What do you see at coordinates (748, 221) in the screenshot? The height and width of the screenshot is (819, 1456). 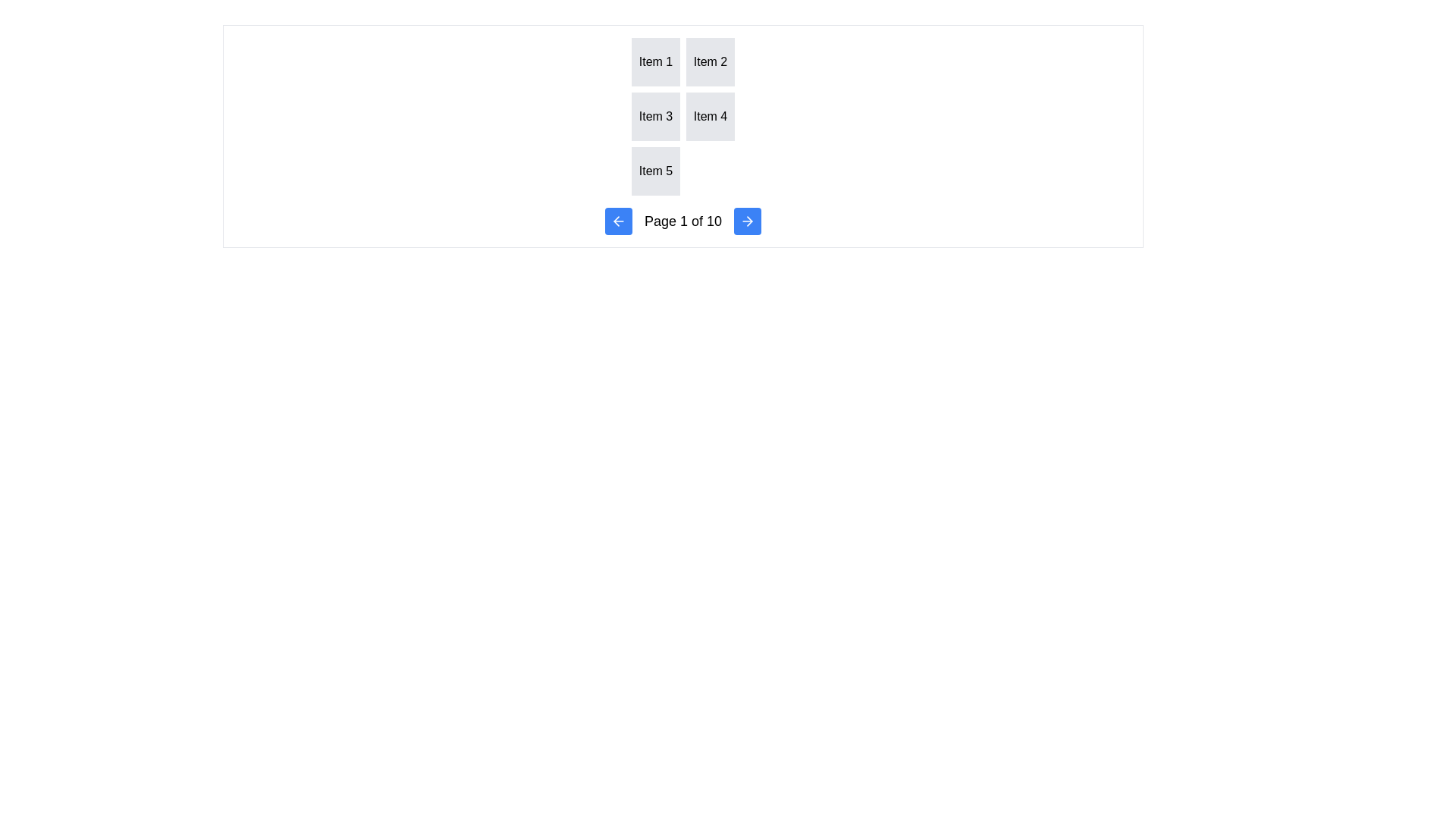 I see `the forward navigation button located to the right of the button group under the paginated grid of items` at bounding box center [748, 221].